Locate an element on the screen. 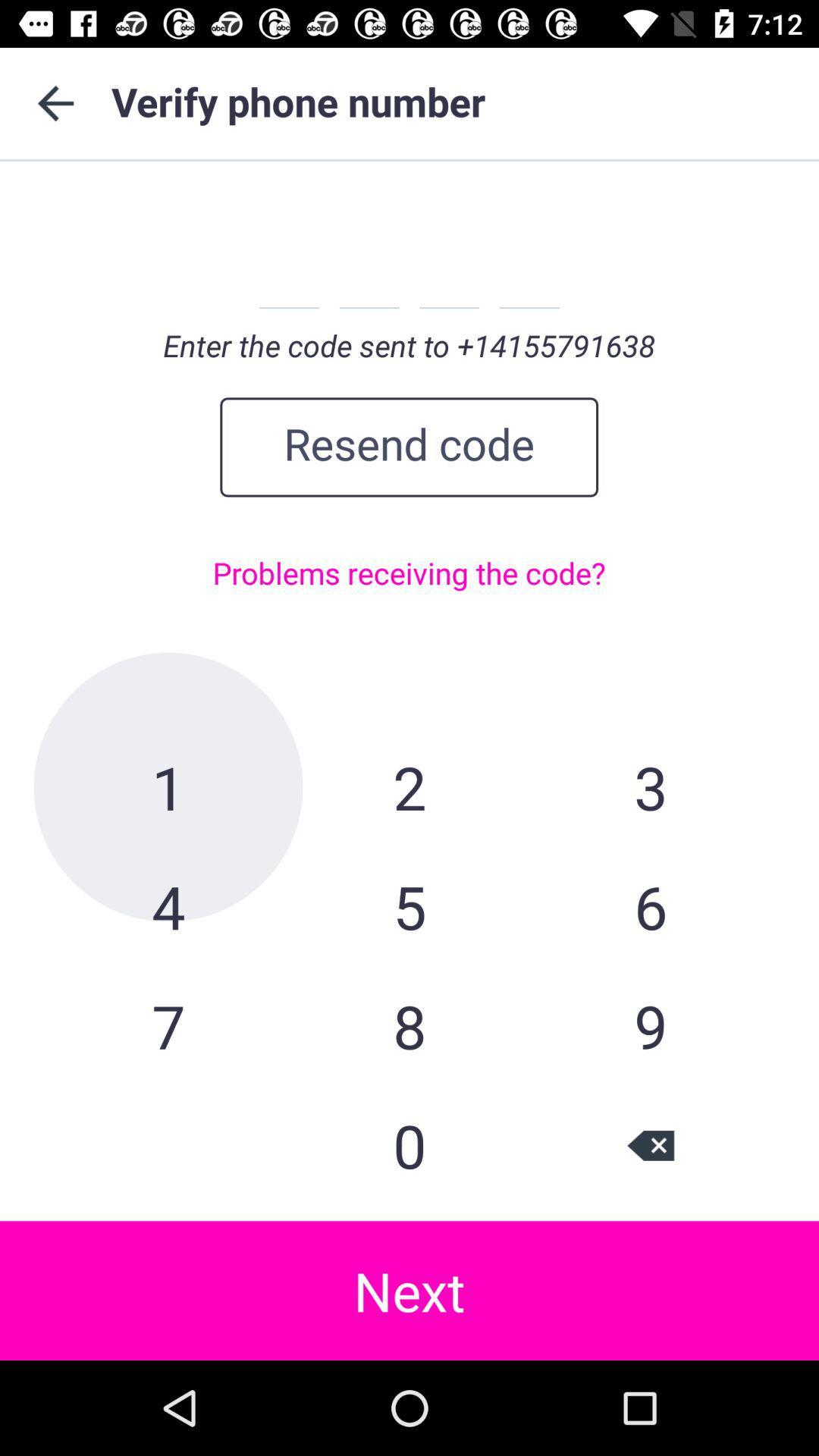  the button 6 on the web page is located at coordinates (649, 906).